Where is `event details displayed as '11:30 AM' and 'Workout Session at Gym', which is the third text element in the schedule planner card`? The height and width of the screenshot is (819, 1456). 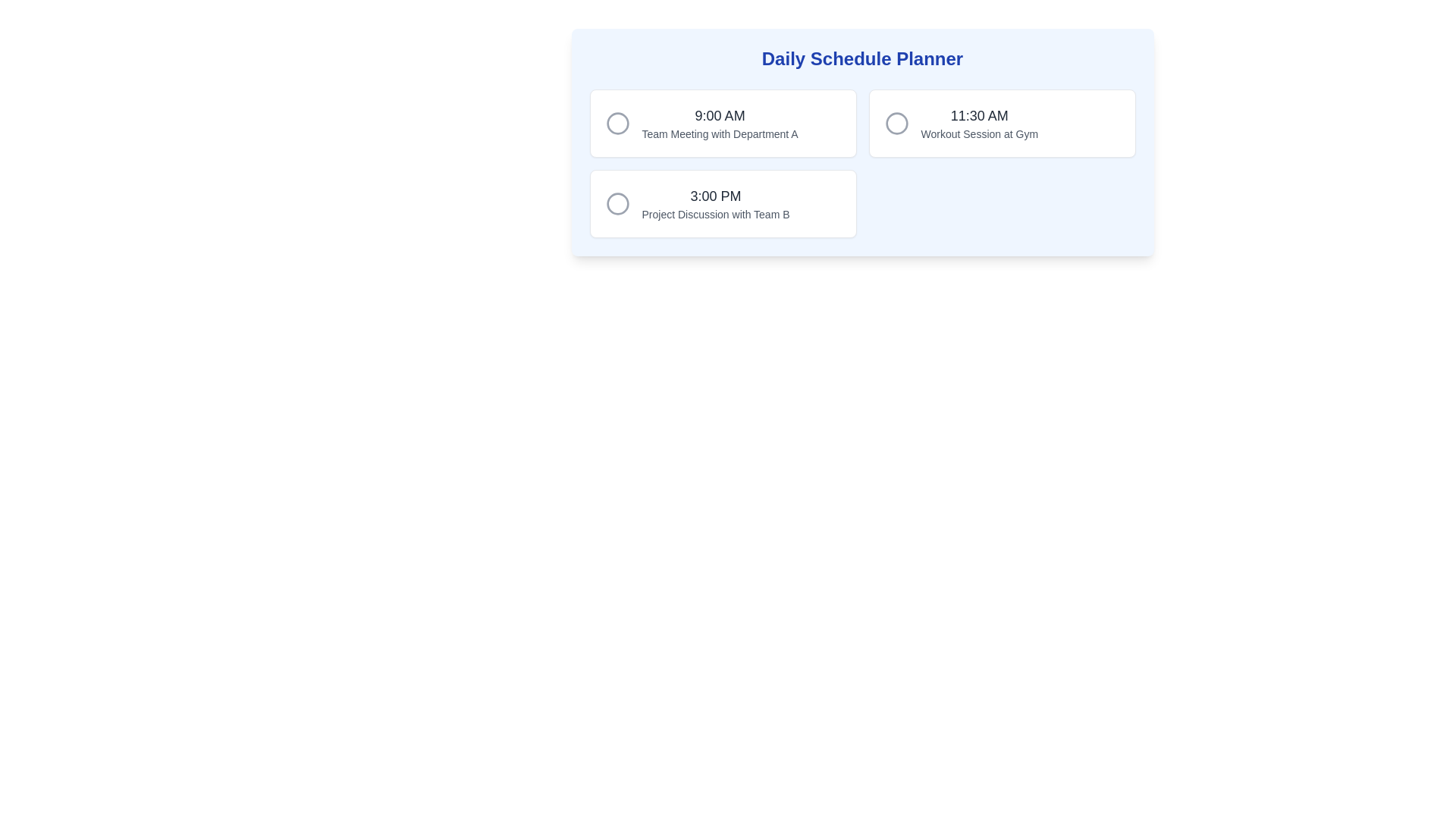
event details displayed as '11:30 AM' and 'Workout Session at Gym', which is the third text element in the schedule planner card is located at coordinates (979, 122).